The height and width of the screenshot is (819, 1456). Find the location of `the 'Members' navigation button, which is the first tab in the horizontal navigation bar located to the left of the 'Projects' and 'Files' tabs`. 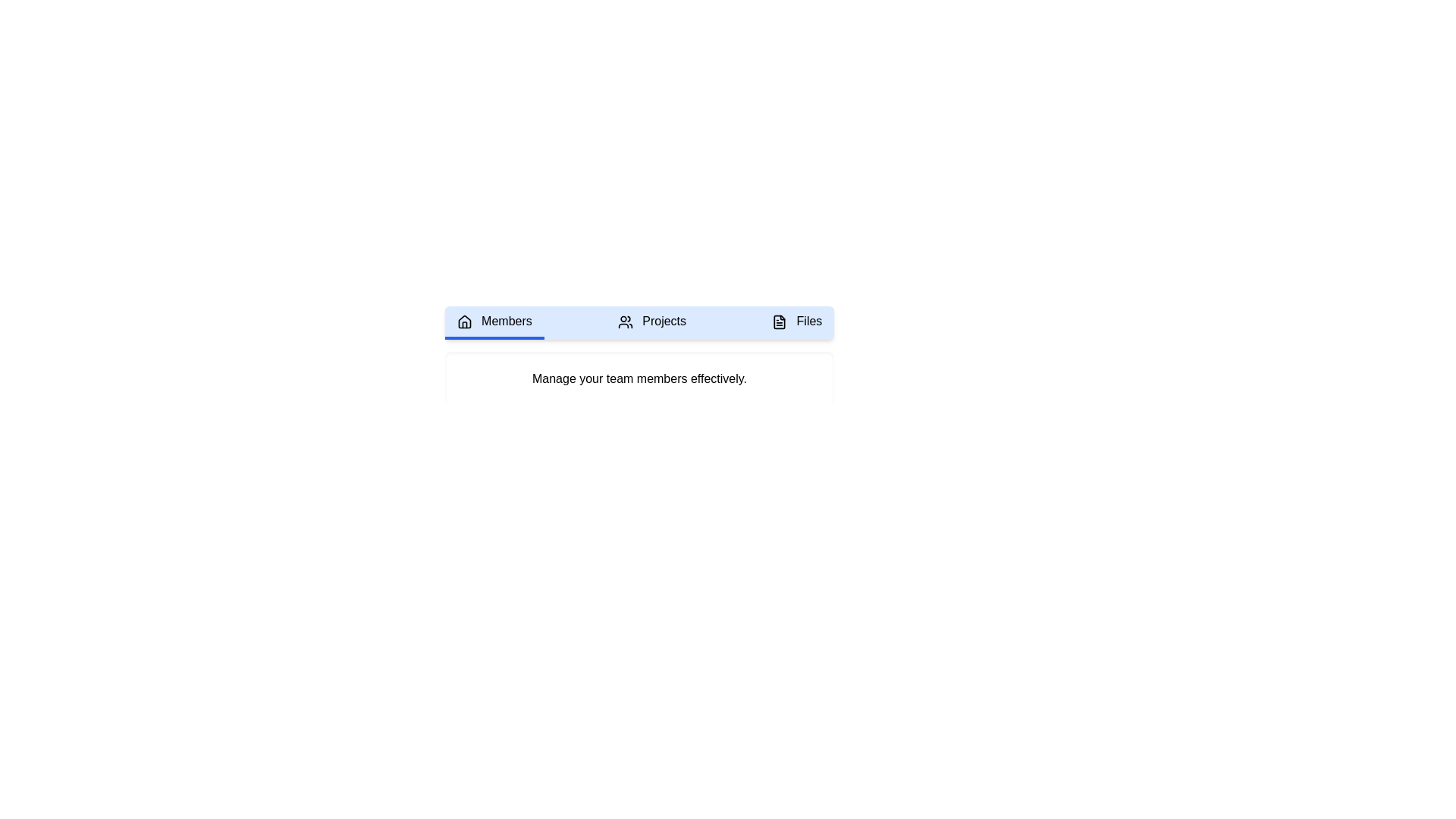

the 'Members' navigation button, which is the first tab in the horizontal navigation bar located to the left of the 'Projects' and 'Files' tabs is located at coordinates (494, 322).